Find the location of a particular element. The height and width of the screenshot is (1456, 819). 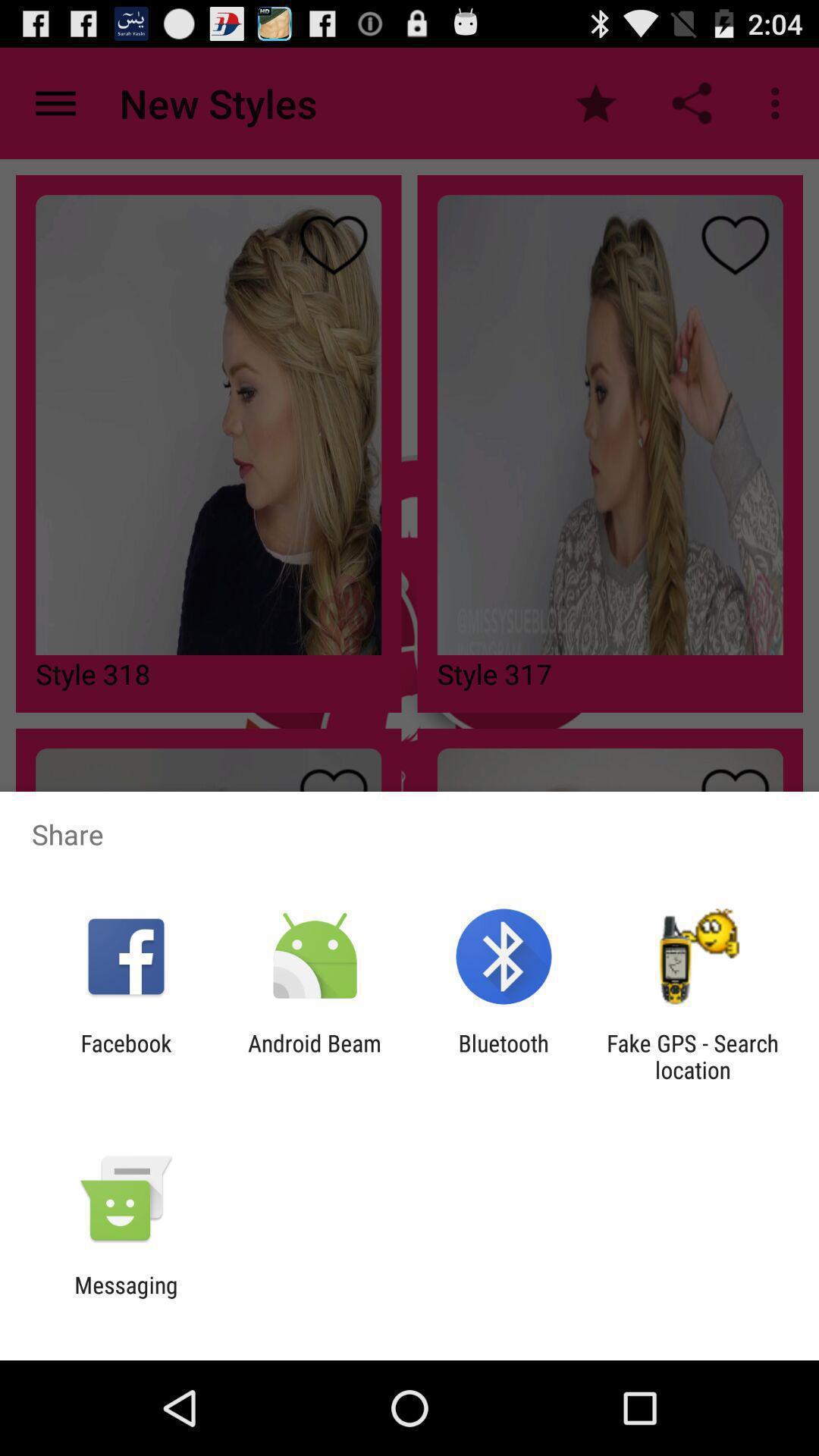

app to the right of the bluetooth item is located at coordinates (692, 1056).